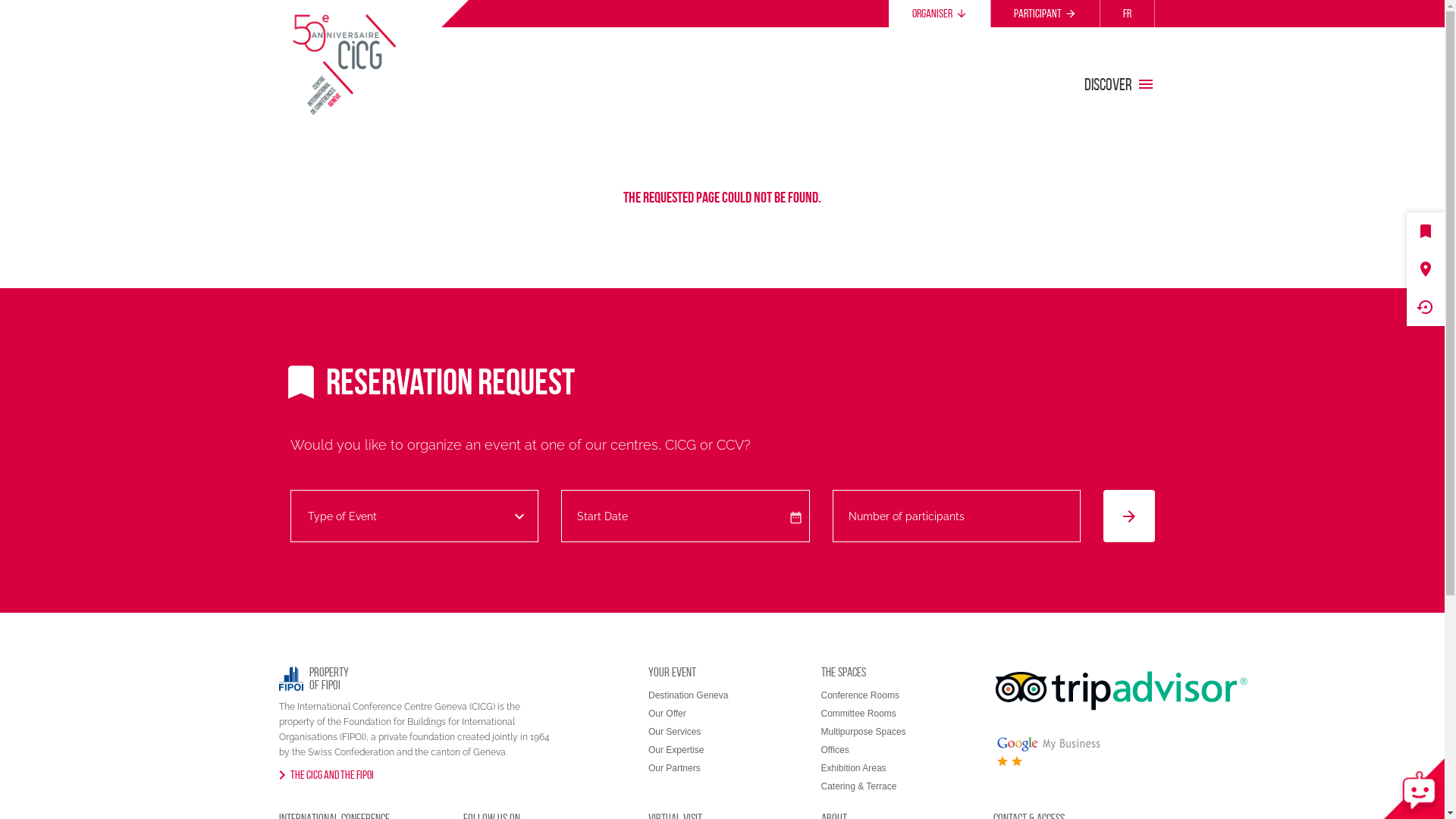 The image size is (1456, 819). I want to click on 'Destination Geneva', so click(687, 695).